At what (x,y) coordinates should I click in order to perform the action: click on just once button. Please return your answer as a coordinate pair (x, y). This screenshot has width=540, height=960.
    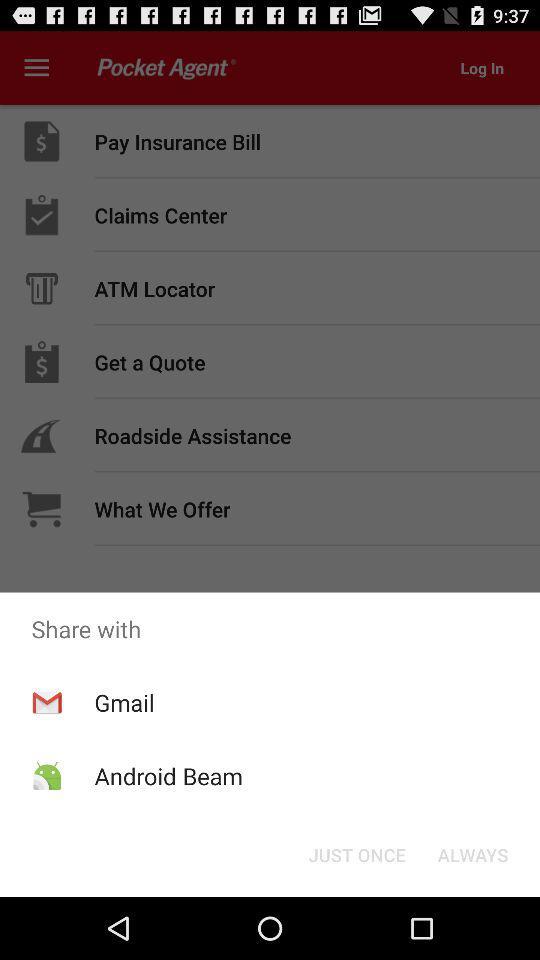
    Looking at the image, I should click on (356, 853).